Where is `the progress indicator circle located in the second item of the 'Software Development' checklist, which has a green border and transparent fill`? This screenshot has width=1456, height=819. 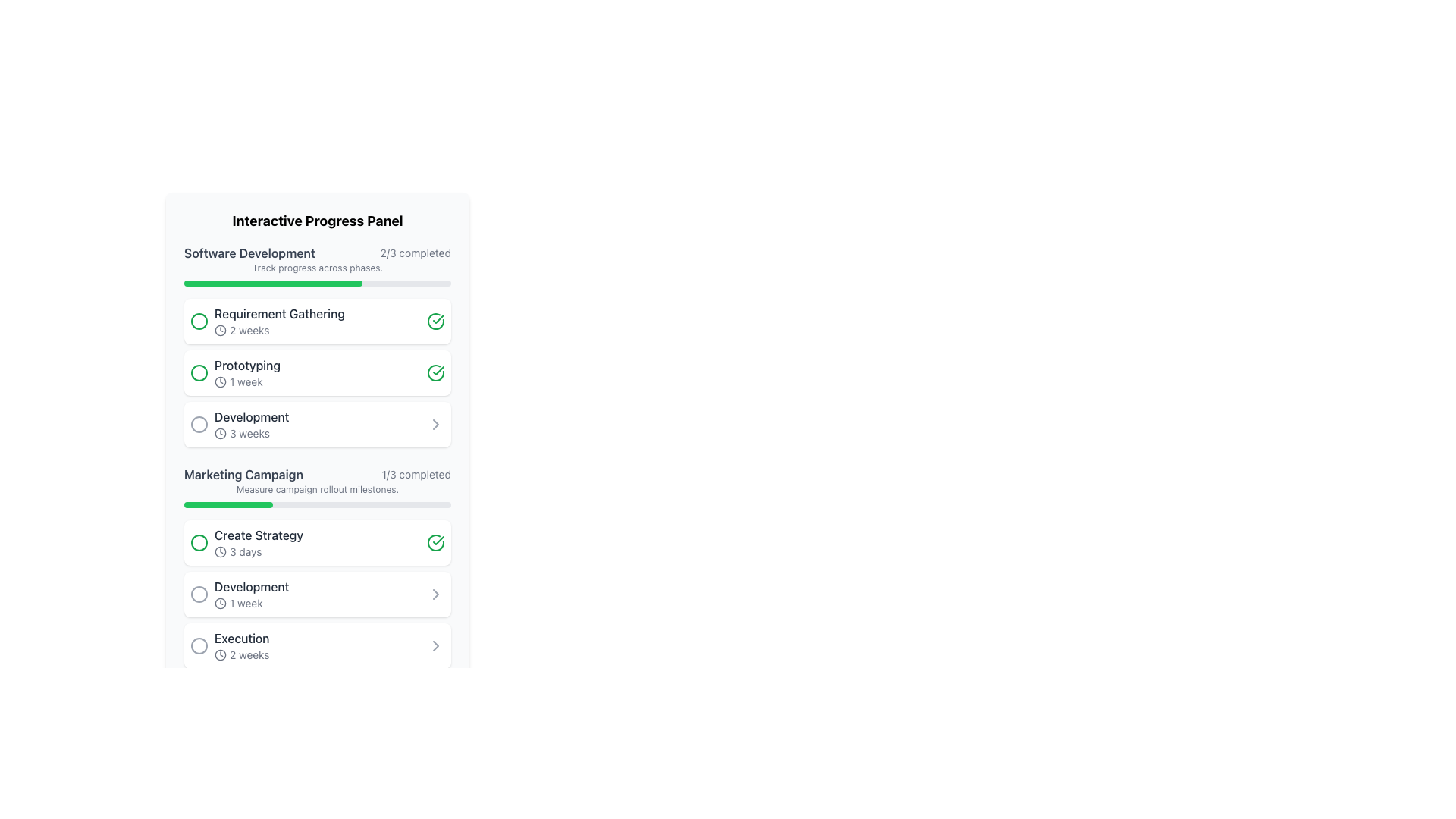 the progress indicator circle located in the second item of the 'Software Development' checklist, which has a green border and transparent fill is located at coordinates (199, 373).